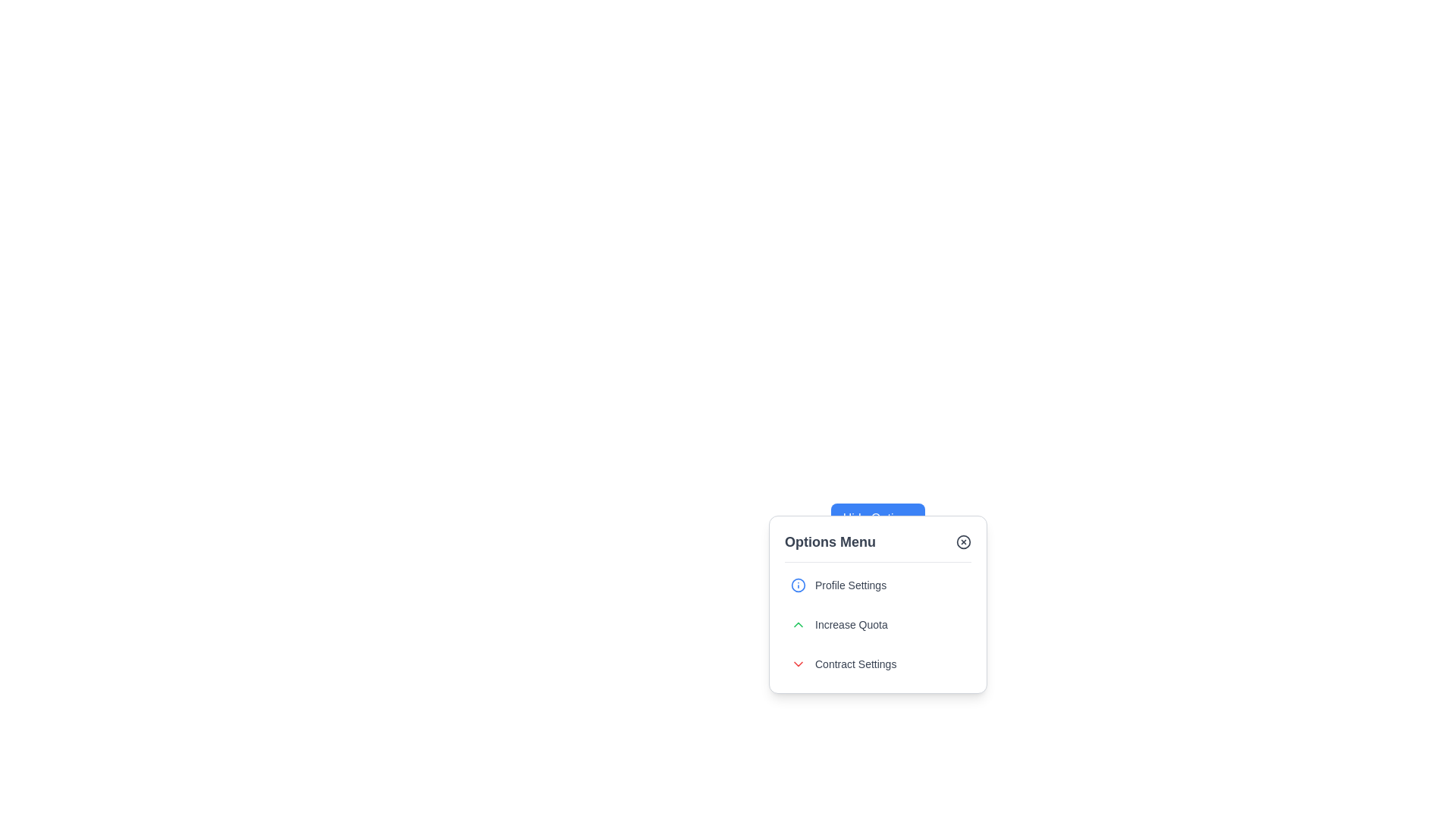  Describe the element at coordinates (877, 625) in the screenshot. I see `the second interactive menu item in the dropdown menu` at that location.